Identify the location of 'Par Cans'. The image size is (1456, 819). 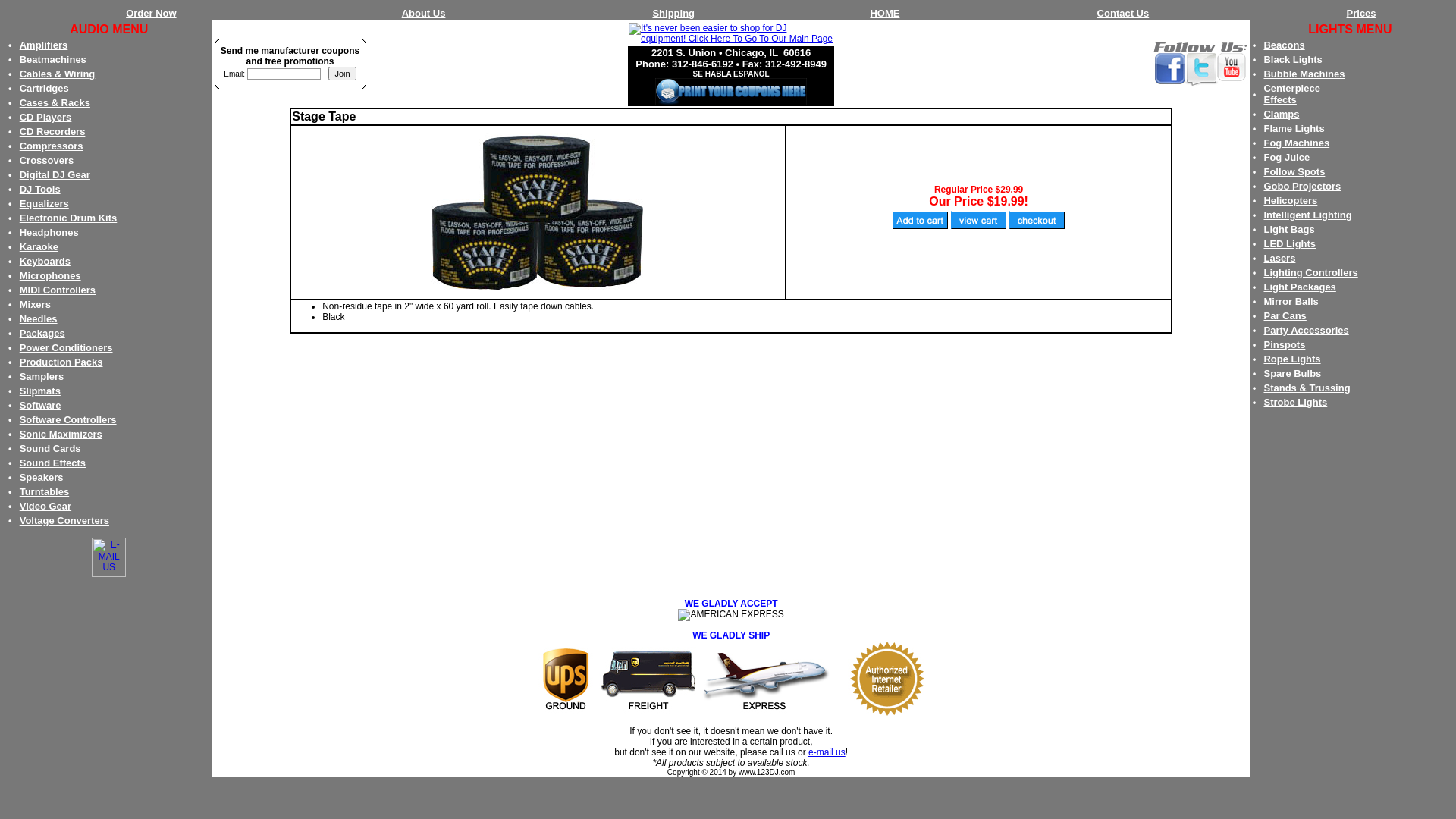
(1284, 315).